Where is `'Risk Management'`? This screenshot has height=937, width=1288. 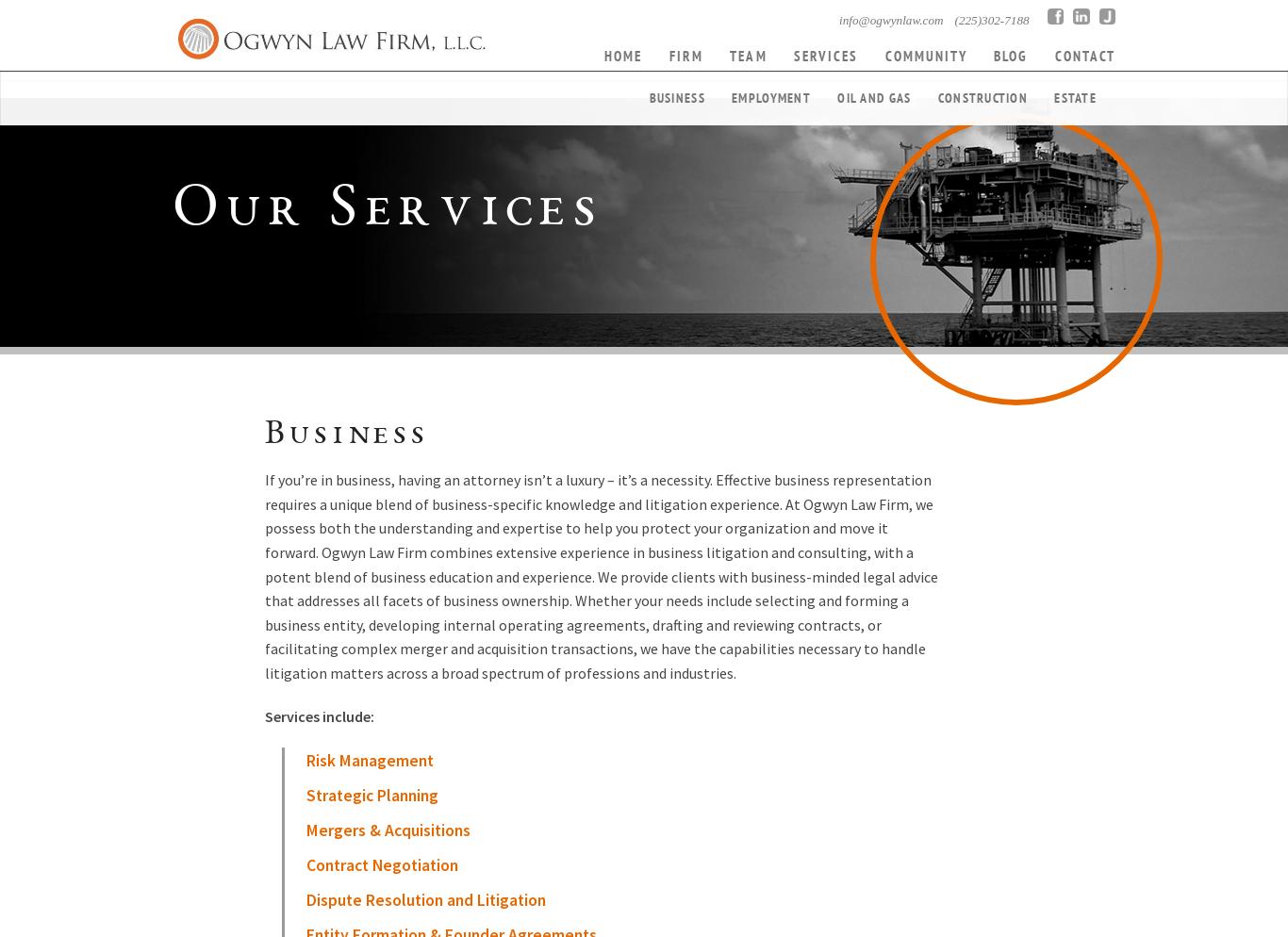 'Risk Management' is located at coordinates (305, 761).